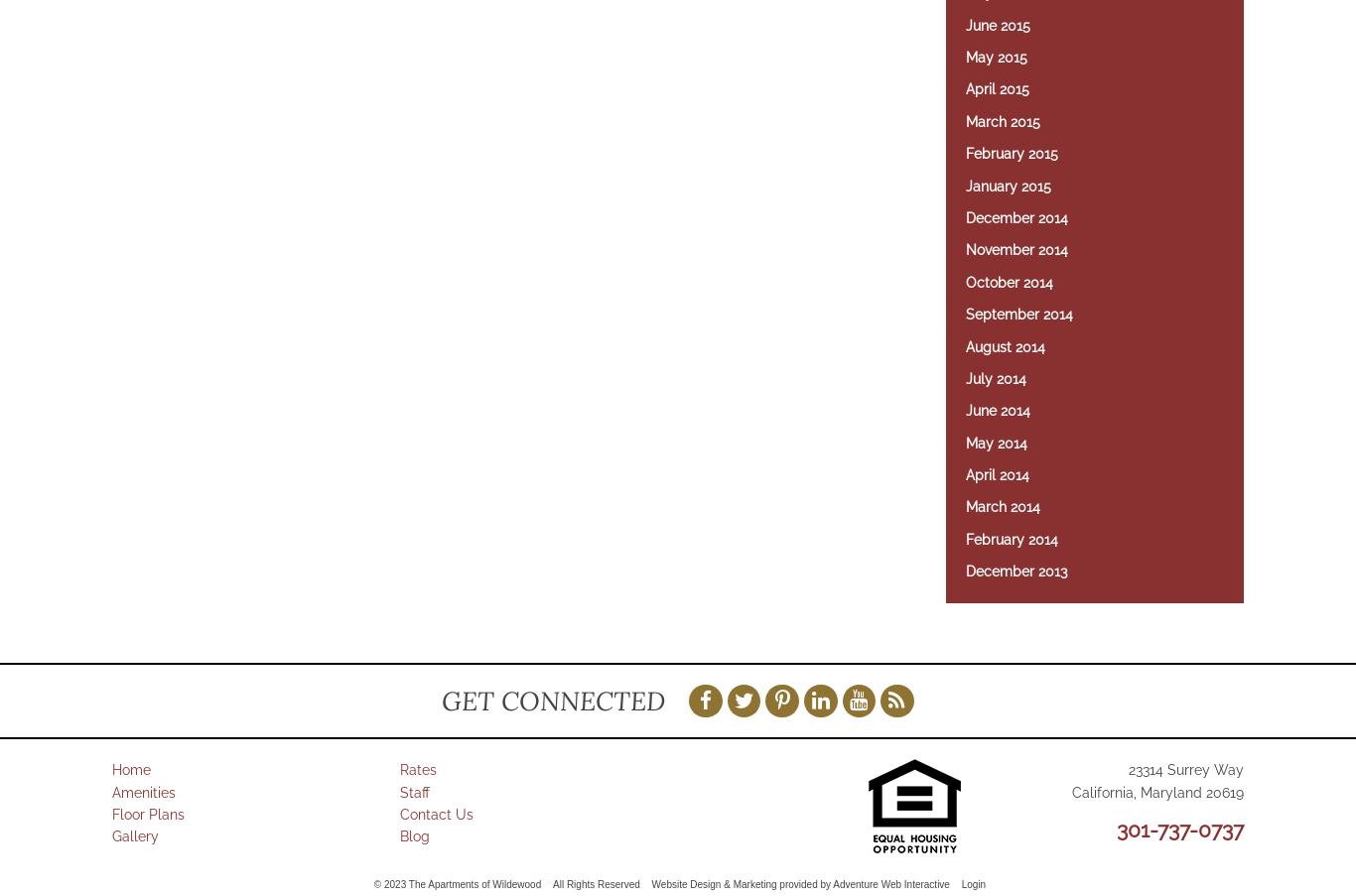 The height and width of the screenshot is (896, 1356). What do you see at coordinates (1017, 250) in the screenshot?
I see `'November 2014'` at bounding box center [1017, 250].